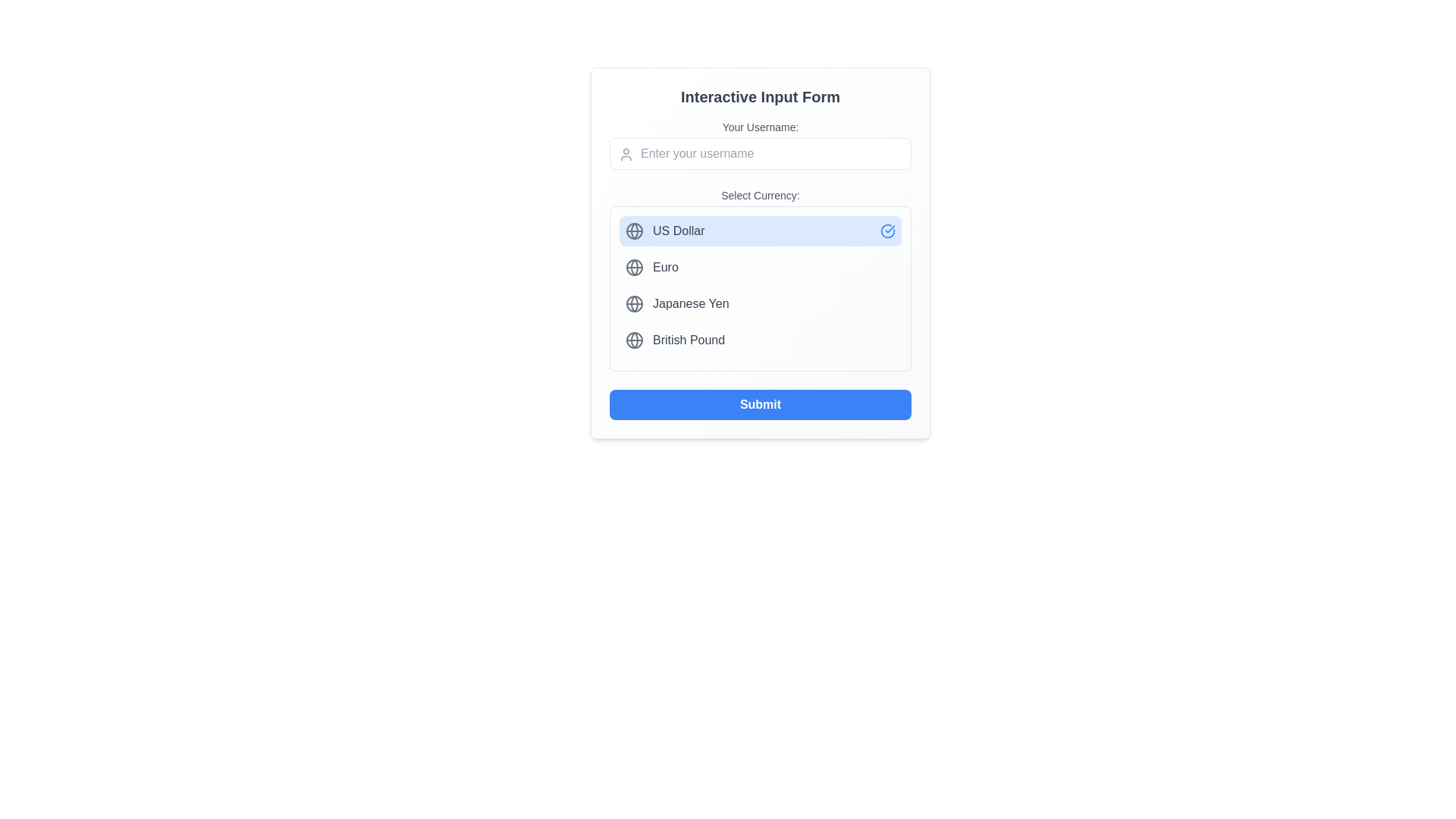  I want to click on the icon indicating the currently selected option 'US Dollar' in the dropdown menu, so click(888, 231).